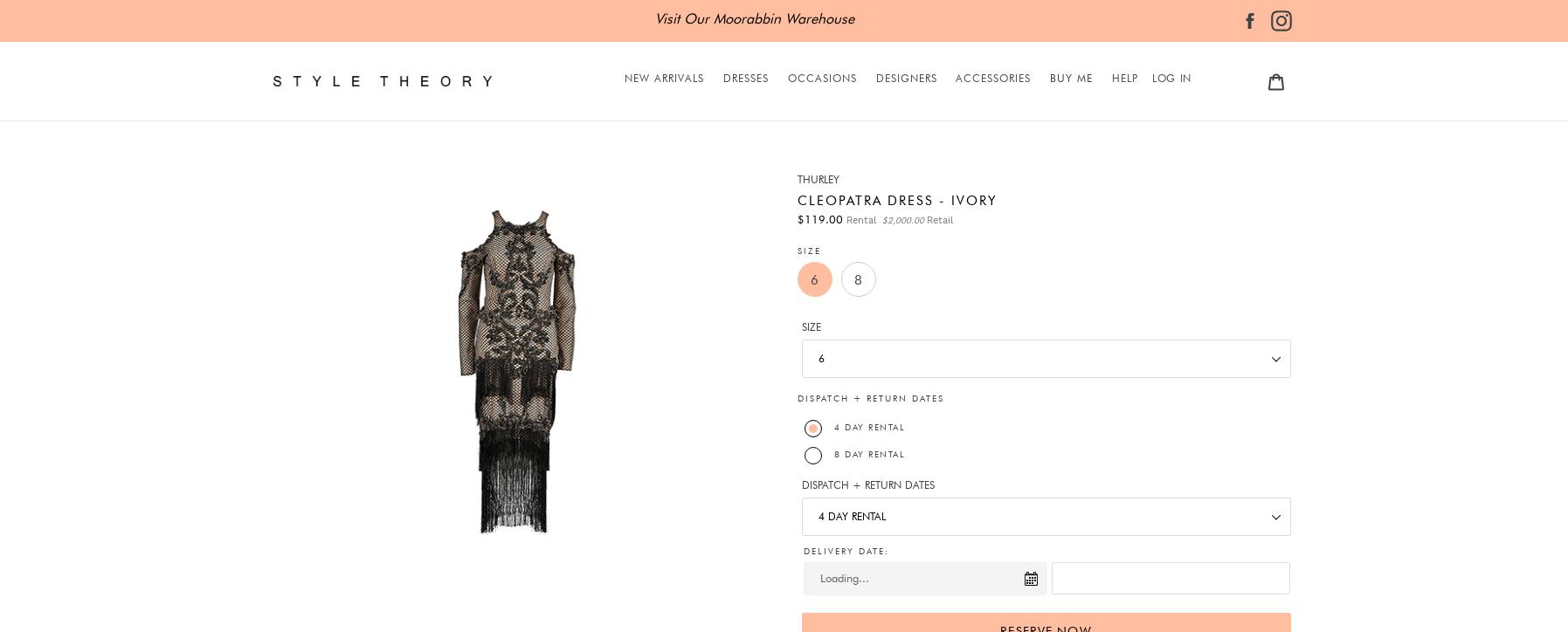  What do you see at coordinates (1146, 178) in the screenshot?
I see `'Try On Service'` at bounding box center [1146, 178].